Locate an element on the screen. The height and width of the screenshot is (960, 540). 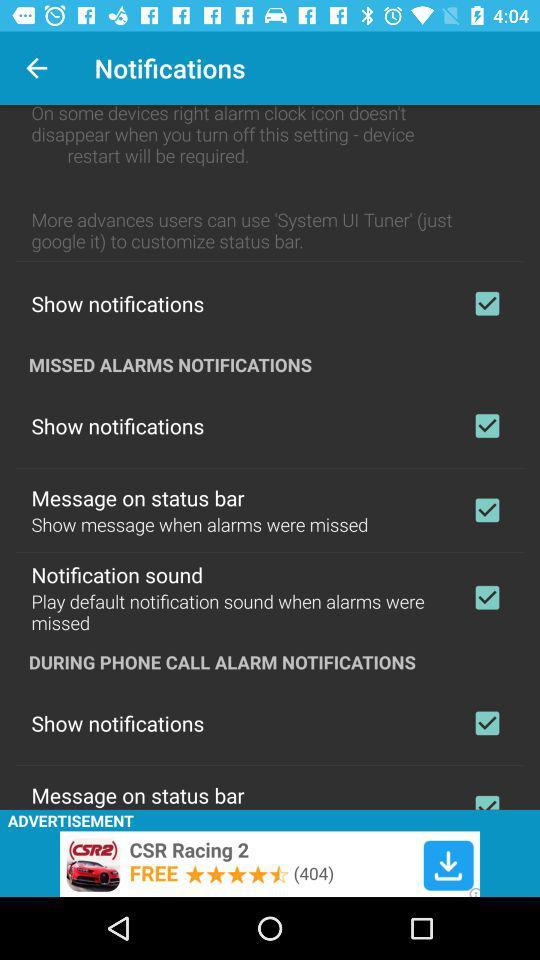
logo is located at coordinates (486, 509).